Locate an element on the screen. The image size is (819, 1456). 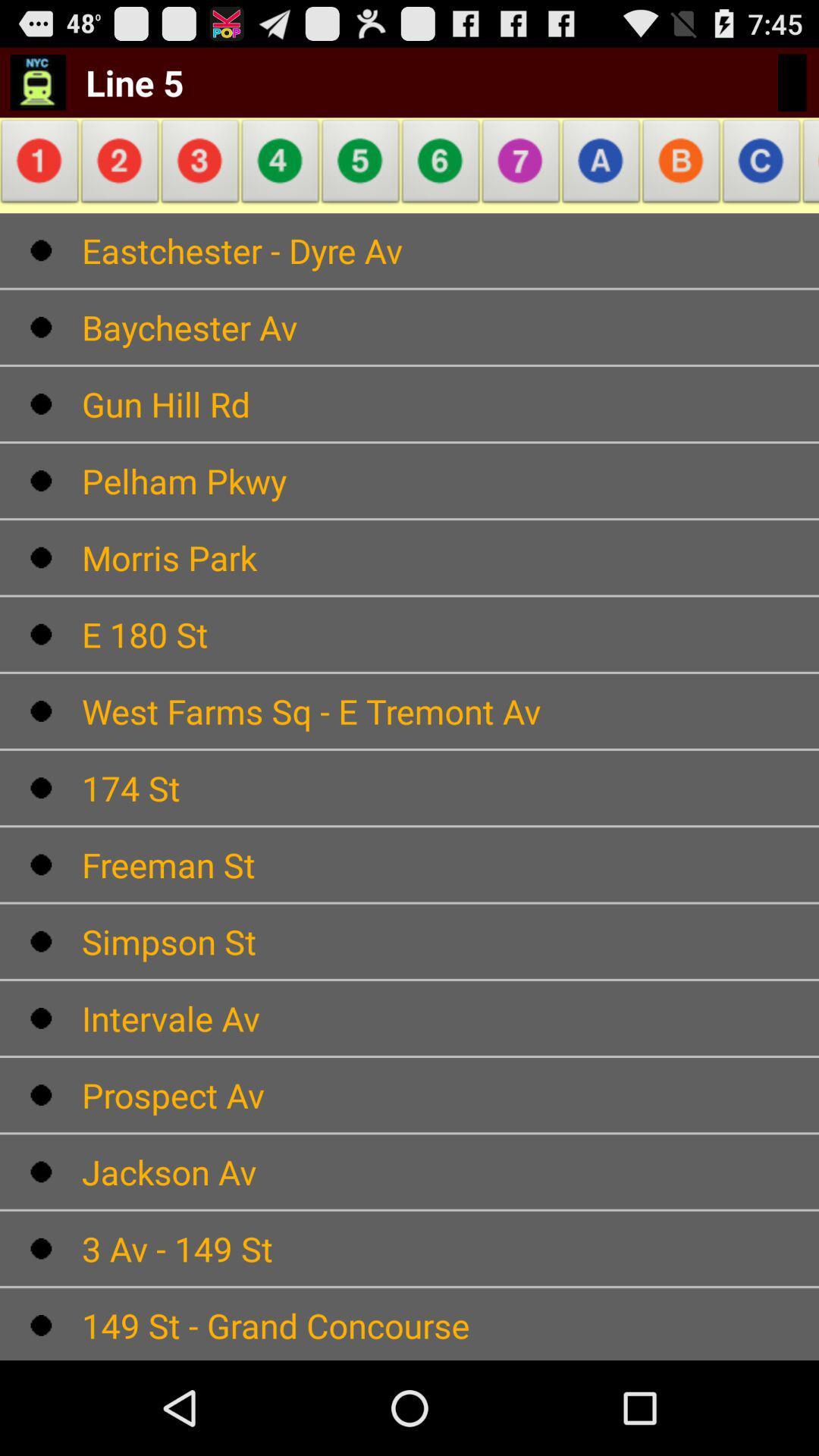
the icon next to the line 5 is located at coordinates (281, 165).